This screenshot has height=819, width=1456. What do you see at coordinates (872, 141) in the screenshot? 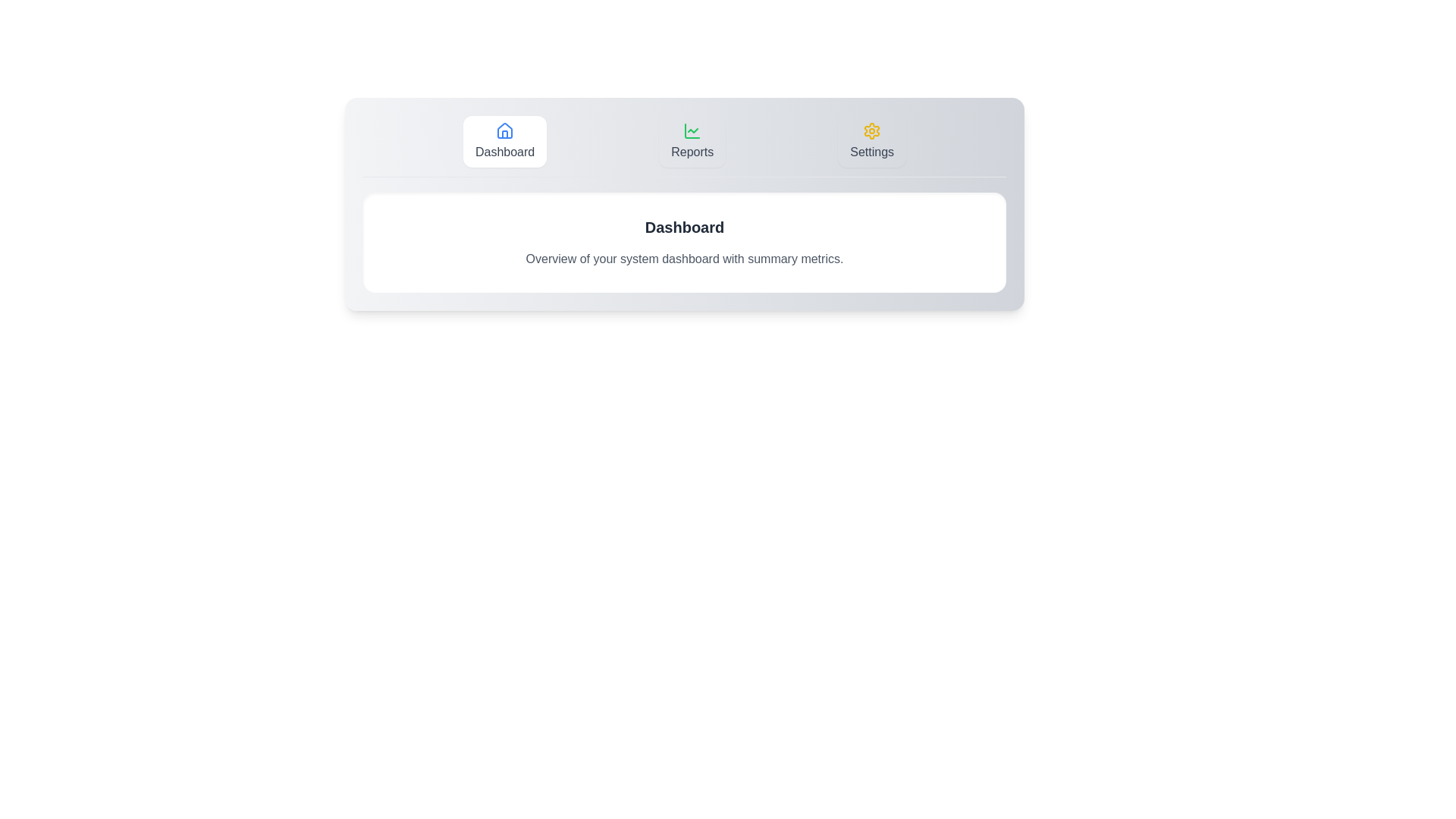
I see `the Settings tab to switch to its content view` at bounding box center [872, 141].